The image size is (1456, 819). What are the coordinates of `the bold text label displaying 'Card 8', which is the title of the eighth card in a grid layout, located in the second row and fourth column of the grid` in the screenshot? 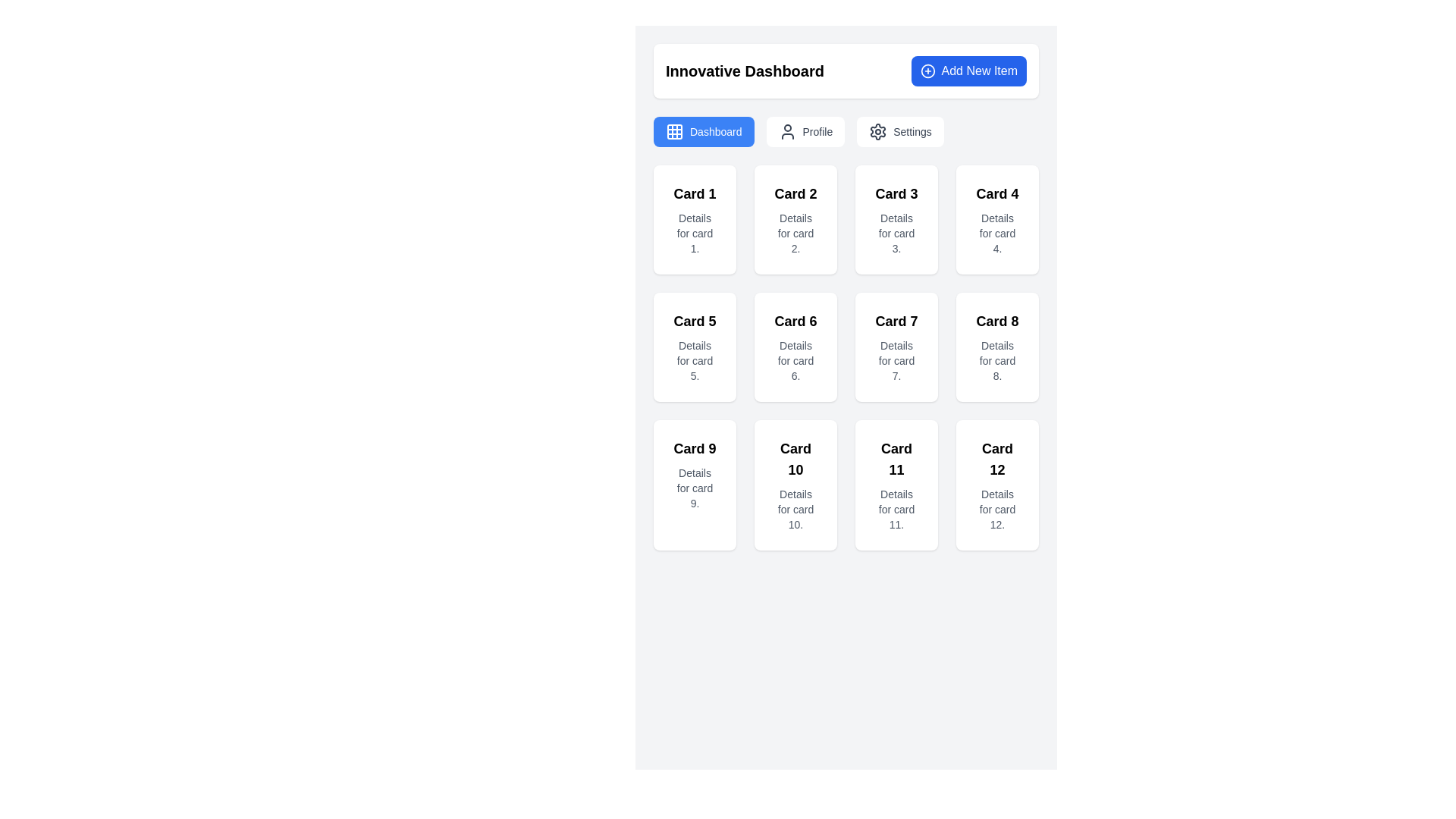 It's located at (997, 321).